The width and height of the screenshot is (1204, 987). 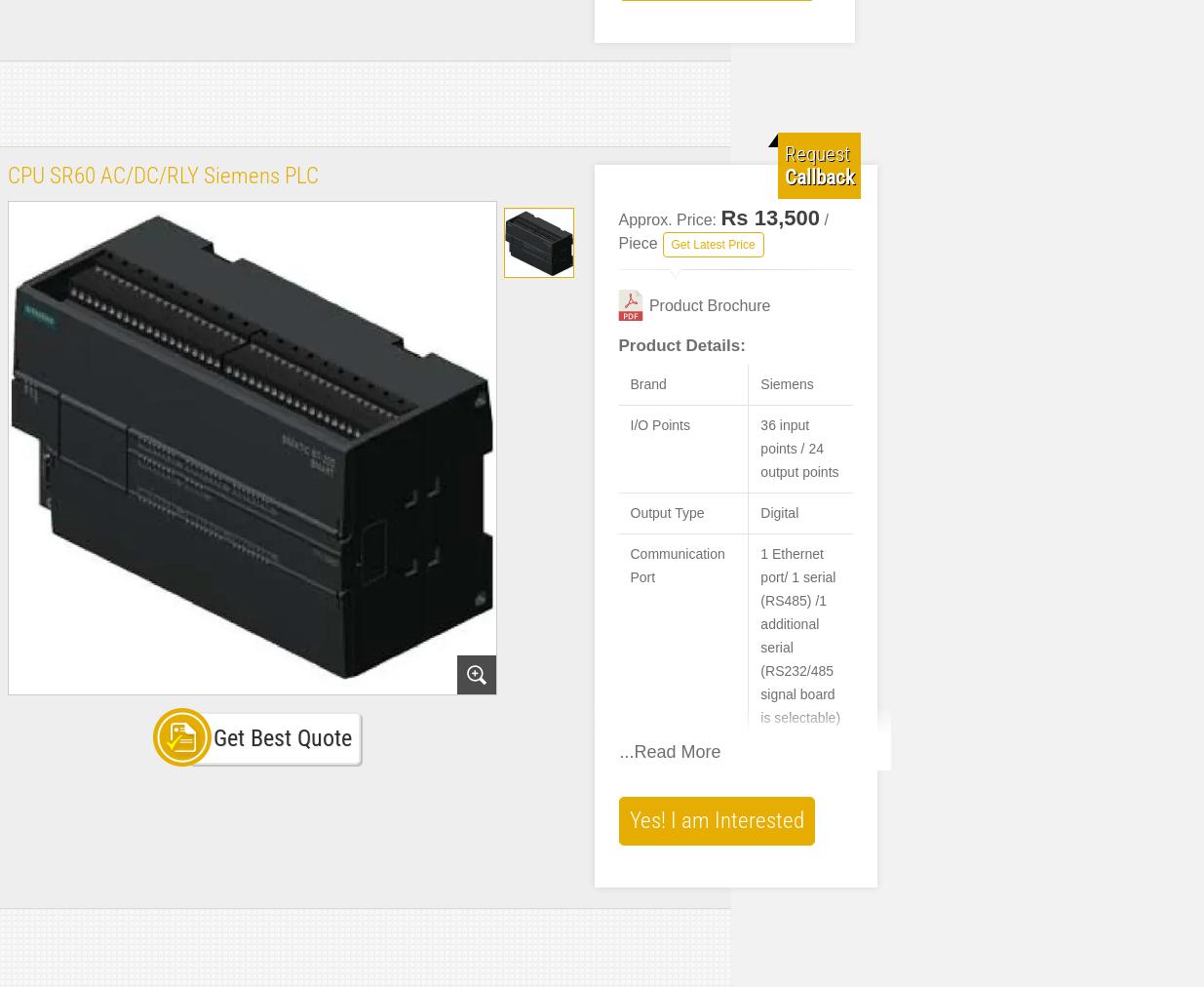 I want to click on 'Max. I/O points: 256 input points + 16 output points, or 256 output points + 16 input points', so click(x=737, y=175).